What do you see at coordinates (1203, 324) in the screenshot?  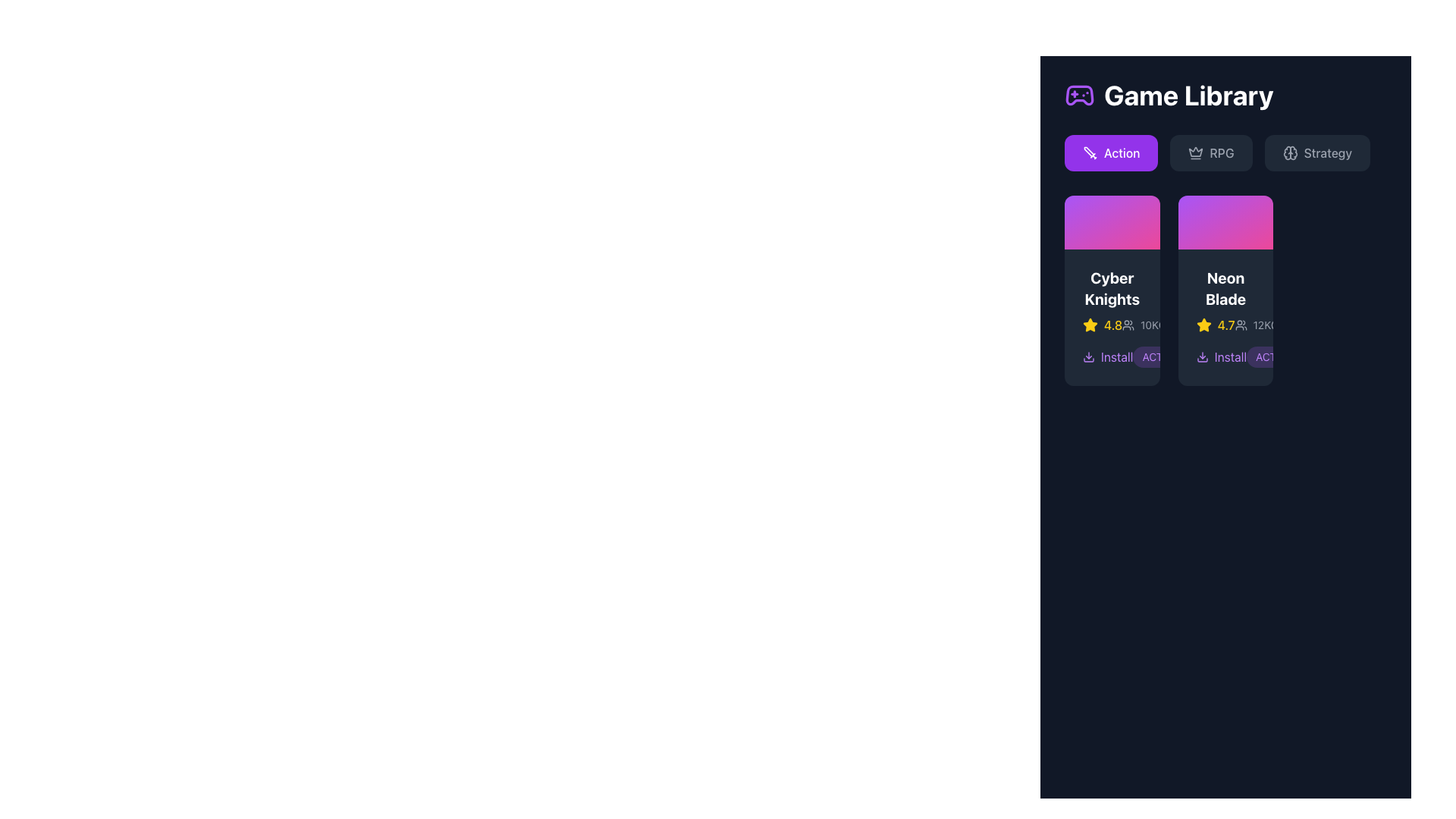 I see `the second star icon in the rating display of the 'Cyber Knights' card` at bounding box center [1203, 324].